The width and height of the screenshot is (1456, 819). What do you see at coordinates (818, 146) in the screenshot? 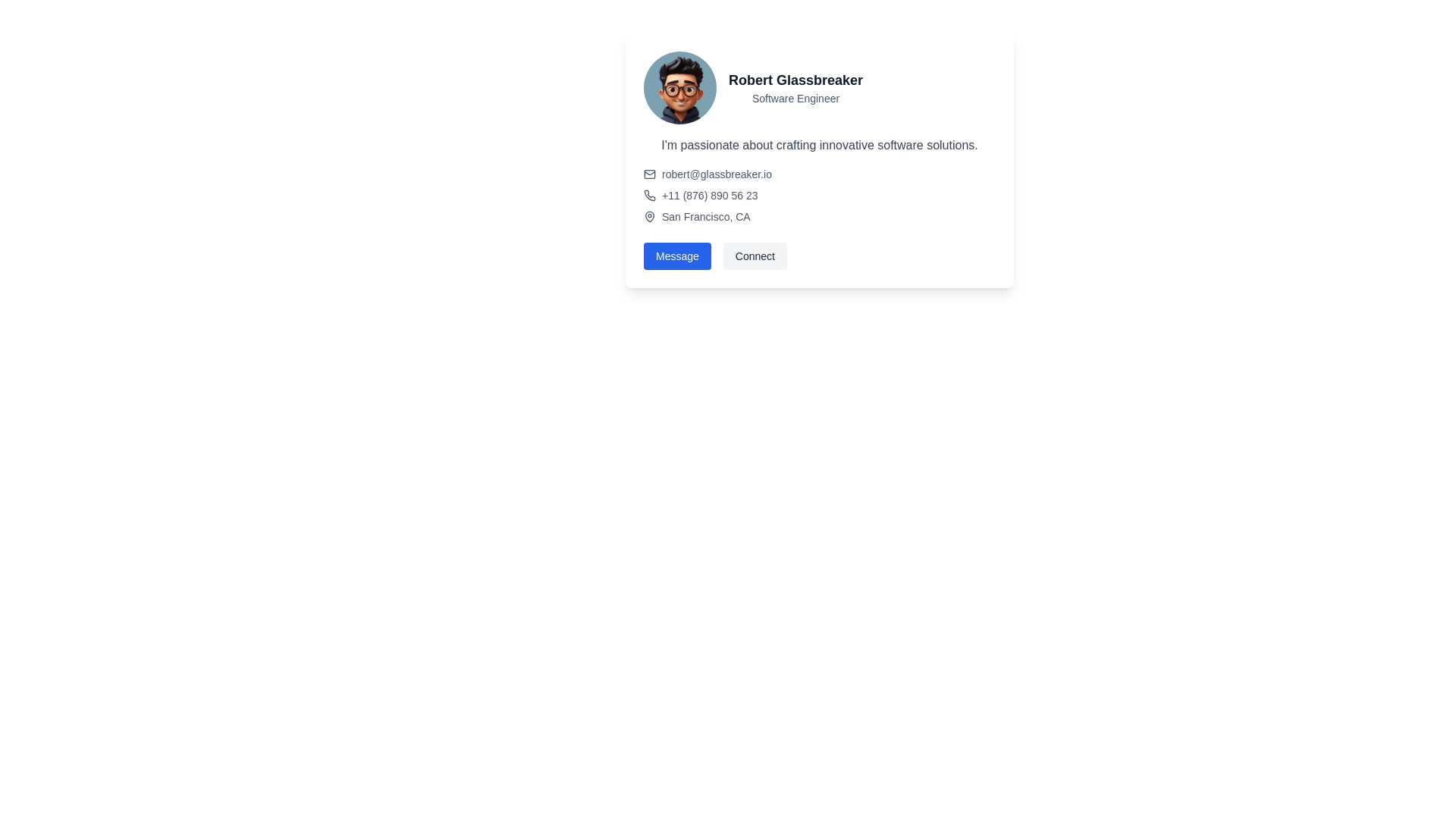
I see `the text element displaying 'I'm passionate about crafting innovative software solutions.' which is located in the card layout below the name 'Robert Glassbreaker' and the title 'Software Engineer'` at bounding box center [818, 146].